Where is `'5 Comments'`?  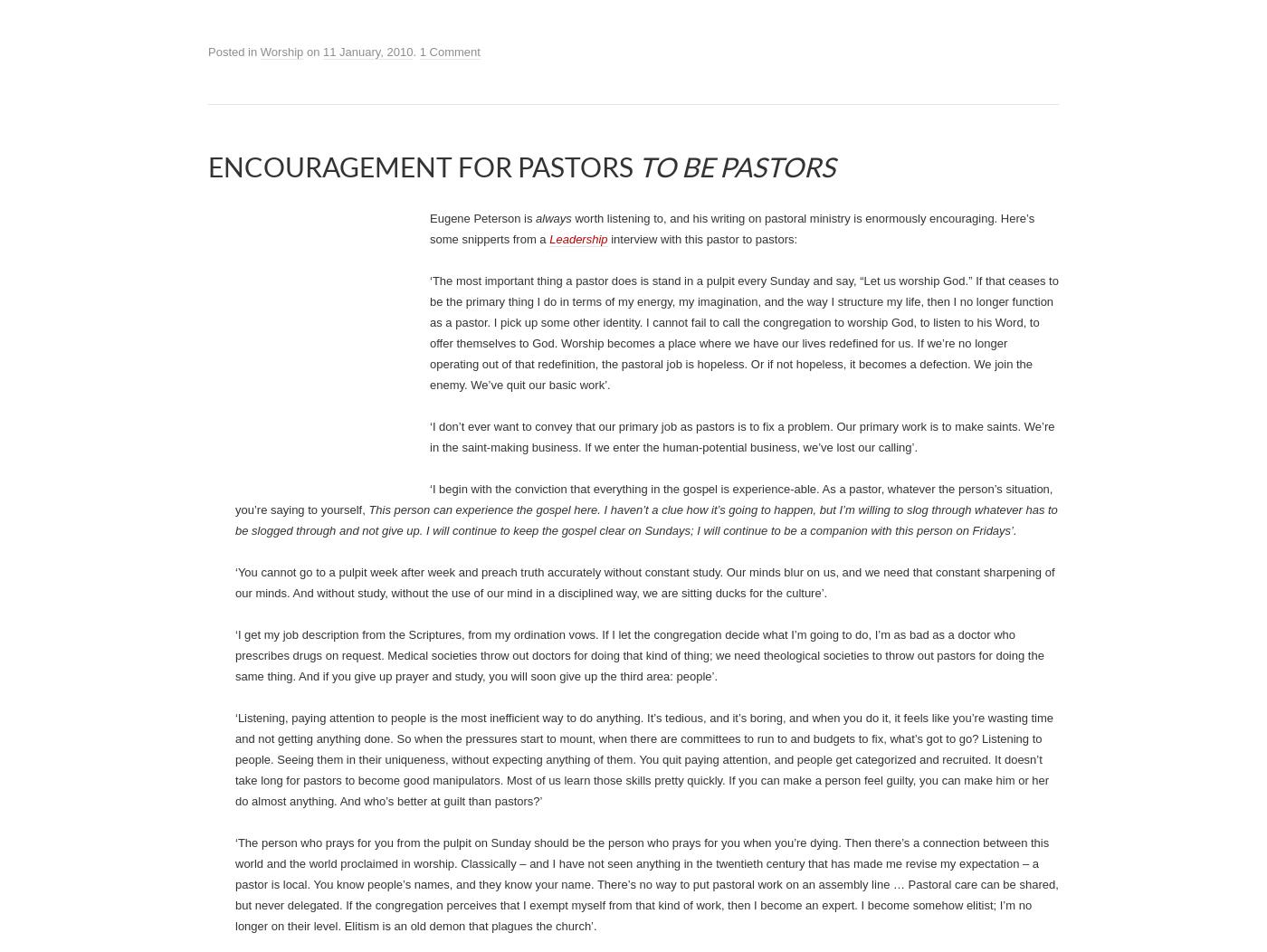 '5 Comments' is located at coordinates (593, 366).